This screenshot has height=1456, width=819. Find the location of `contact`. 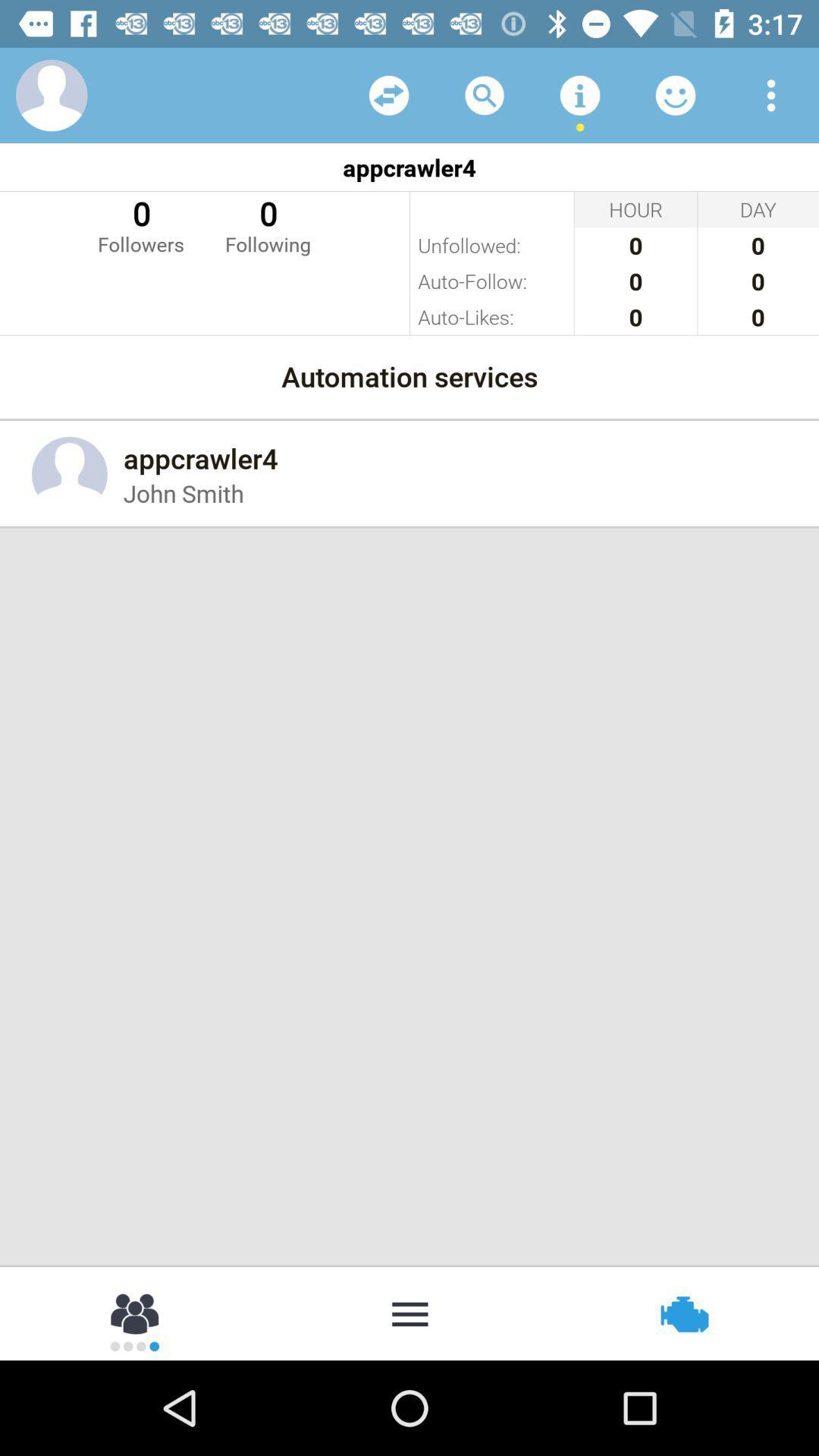

contact is located at coordinates (51, 94).